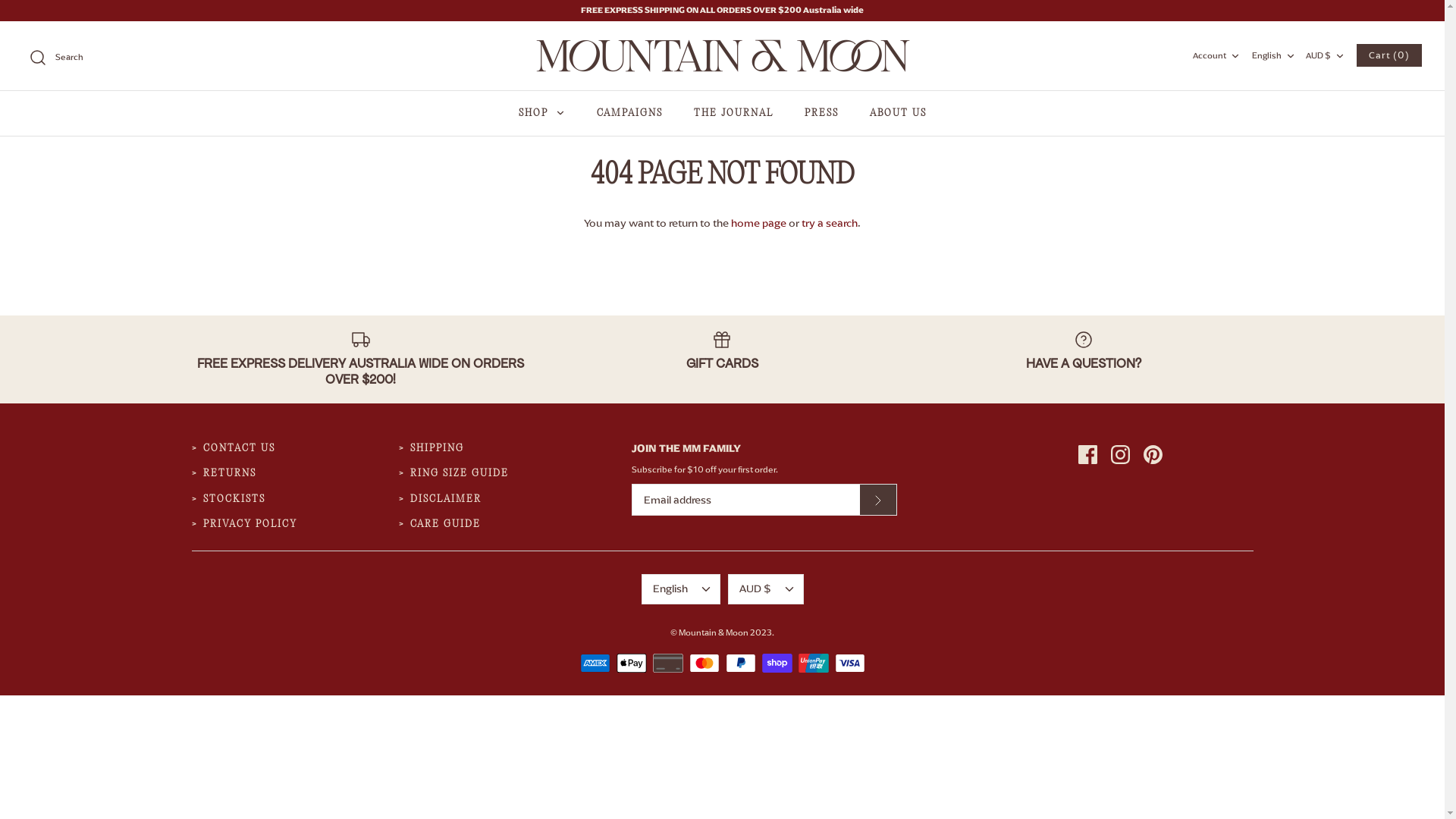  What do you see at coordinates (800, 222) in the screenshot?
I see `'try a search'` at bounding box center [800, 222].